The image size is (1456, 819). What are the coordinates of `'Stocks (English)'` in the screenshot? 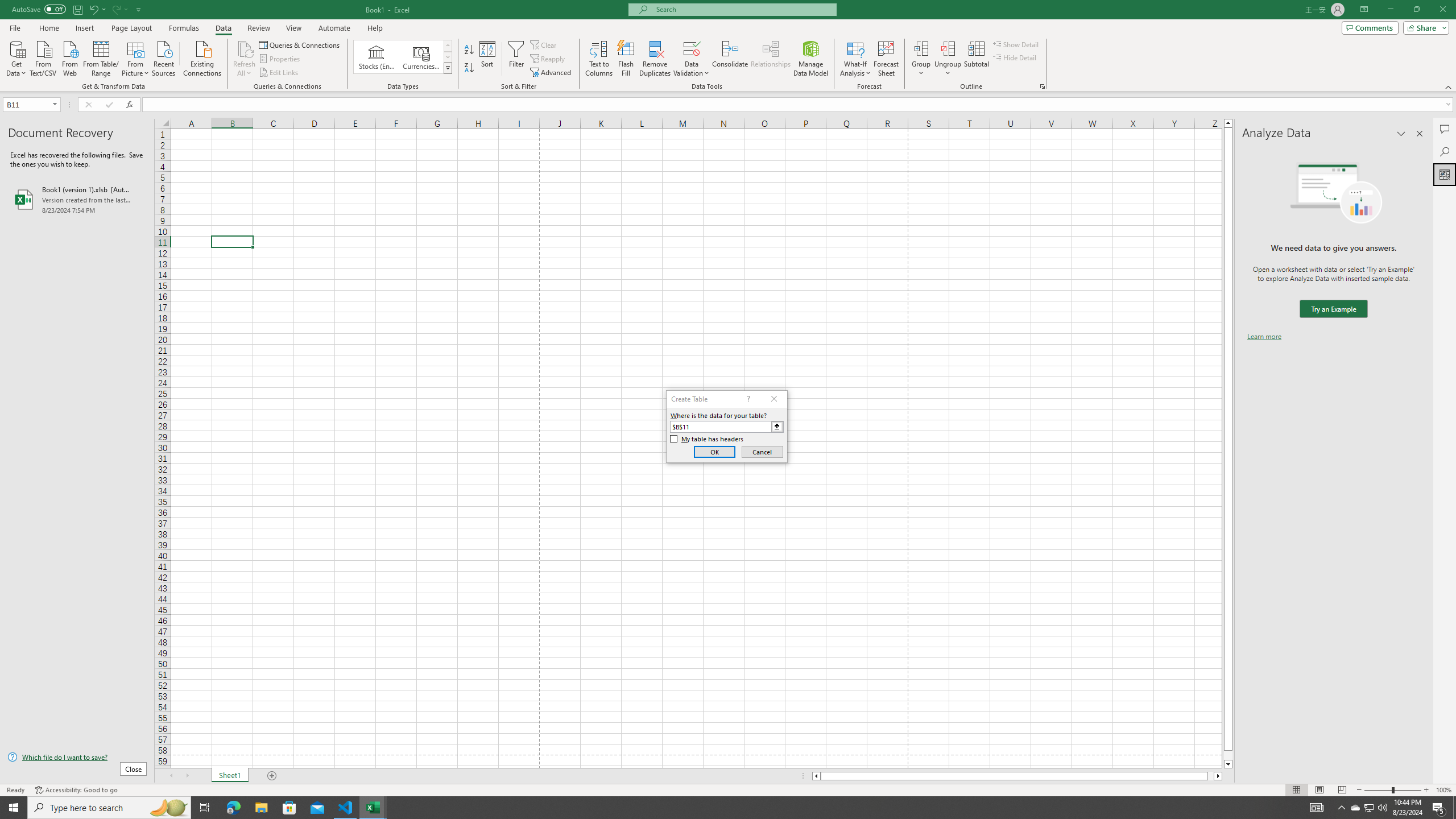 It's located at (375, 56).